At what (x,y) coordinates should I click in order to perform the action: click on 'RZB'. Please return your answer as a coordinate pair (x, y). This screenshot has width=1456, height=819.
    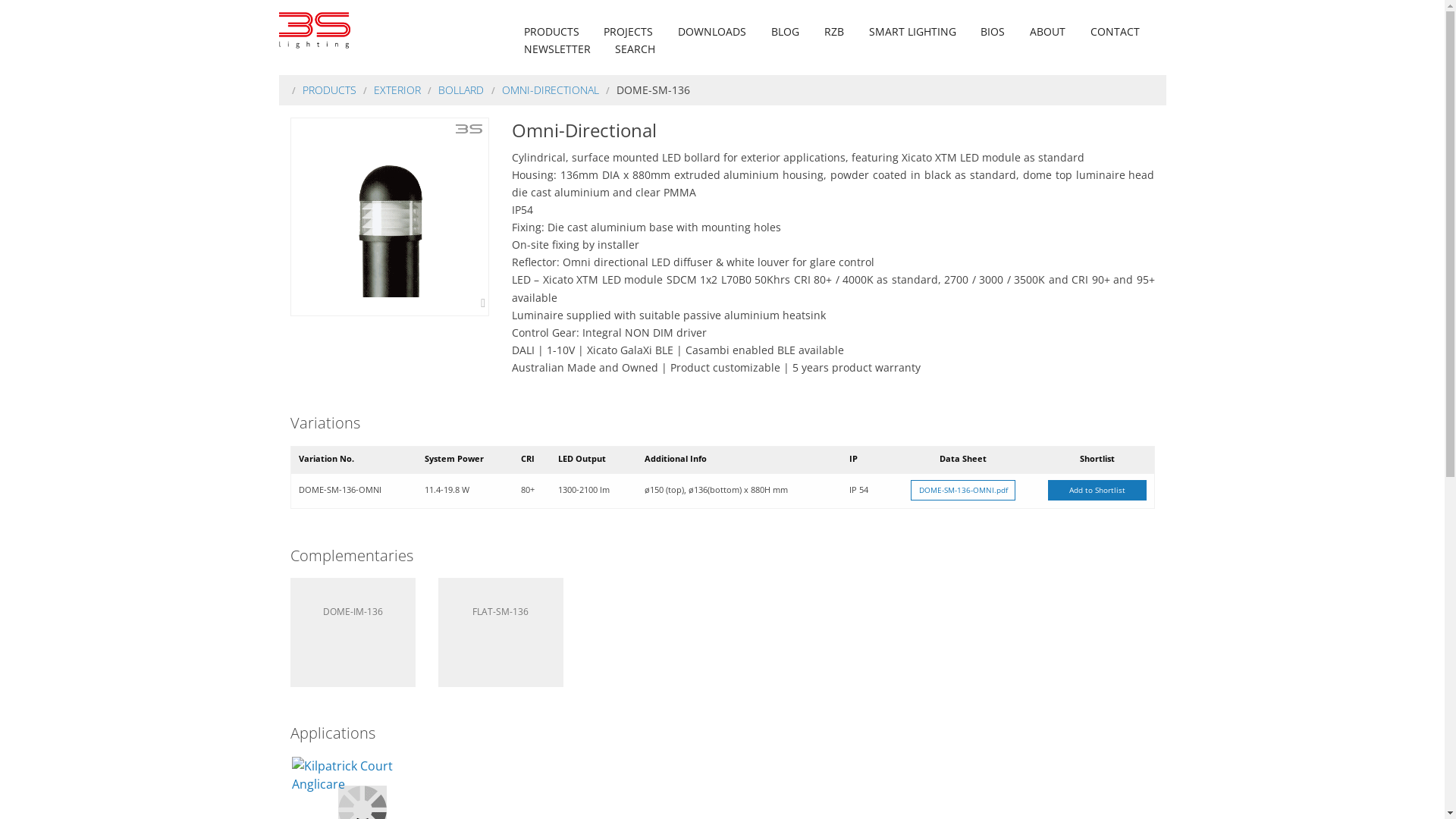
    Looking at the image, I should click on (818, 31).